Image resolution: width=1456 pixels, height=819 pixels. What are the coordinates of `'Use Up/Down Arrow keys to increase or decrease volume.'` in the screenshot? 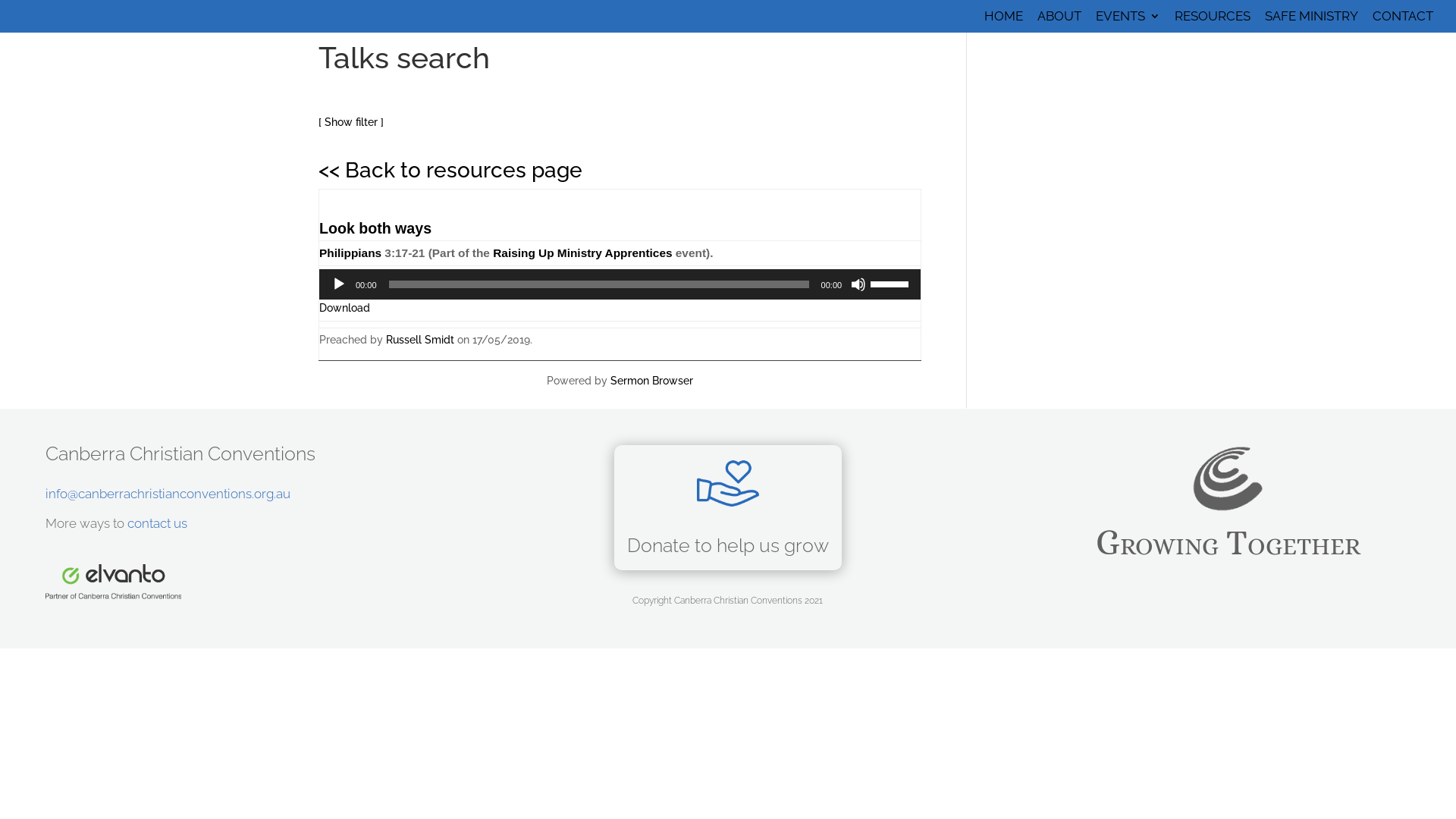 It's located at (892, 283).